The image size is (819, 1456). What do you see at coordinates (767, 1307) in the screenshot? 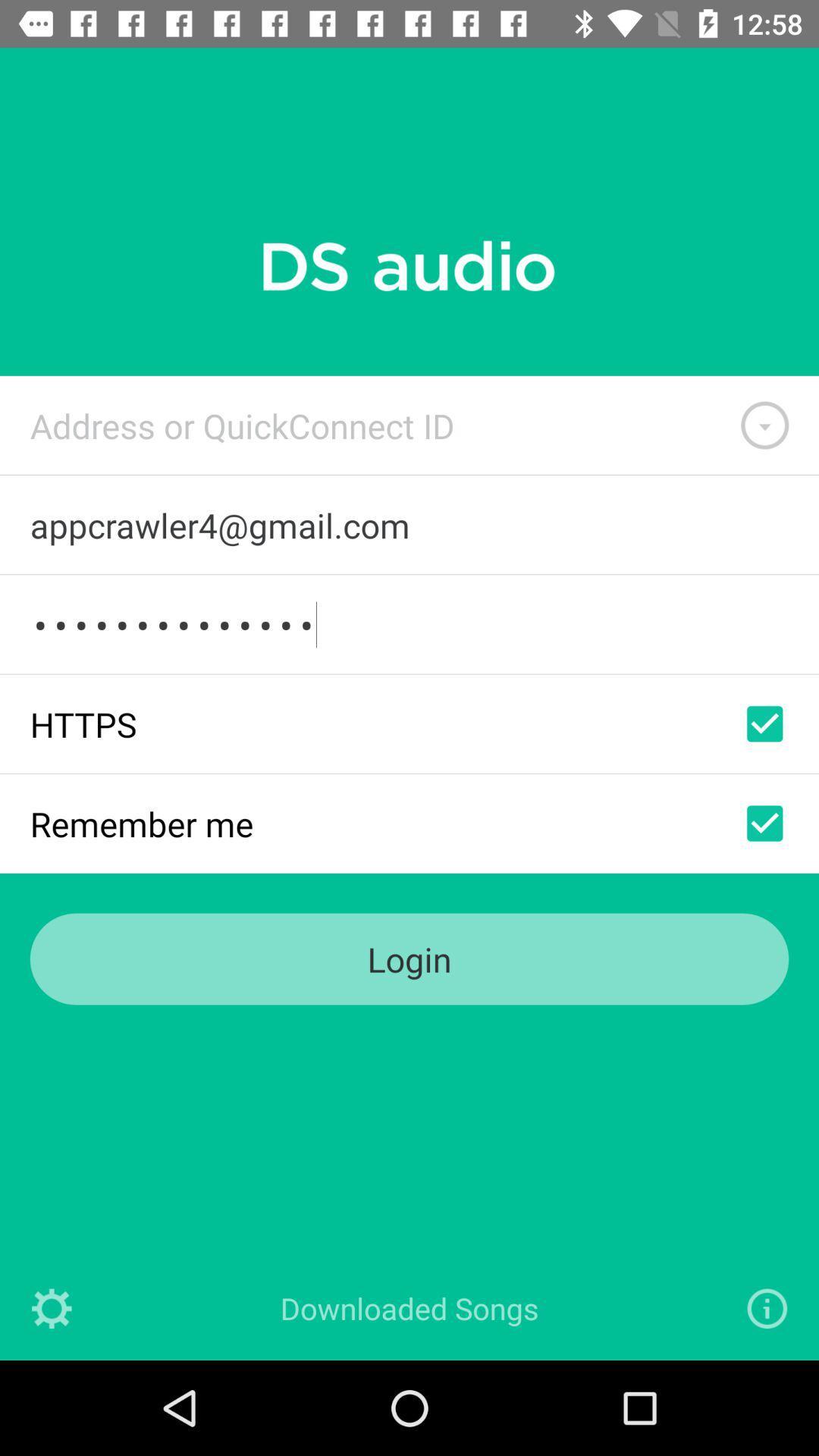
I see `open information` at bounding box center [767, 1307].